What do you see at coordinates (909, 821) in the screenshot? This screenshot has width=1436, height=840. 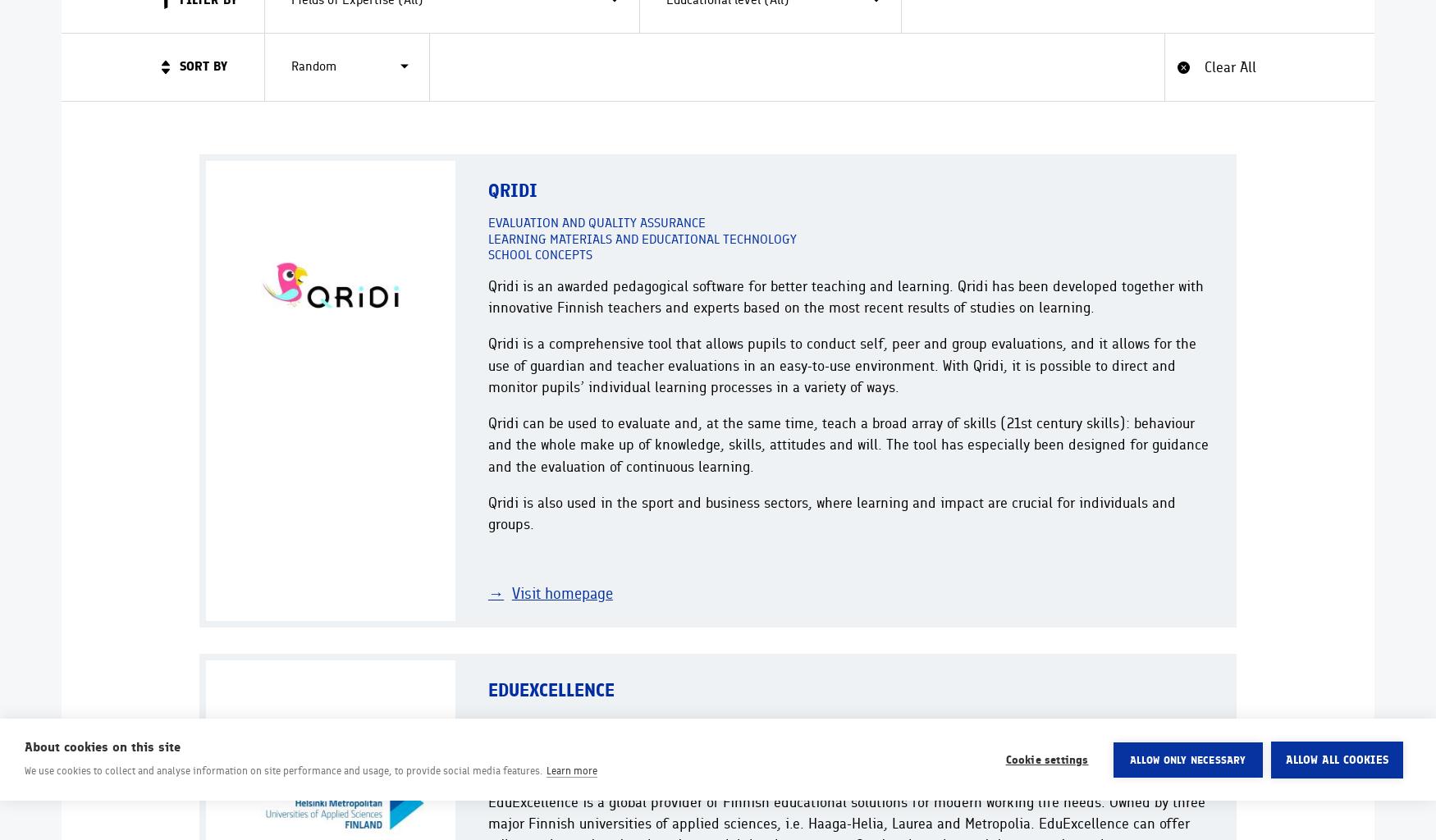 I see `'i.e. Haaga-Helia, Laurea and Metropolia.'` at bounding box center [909, 821].